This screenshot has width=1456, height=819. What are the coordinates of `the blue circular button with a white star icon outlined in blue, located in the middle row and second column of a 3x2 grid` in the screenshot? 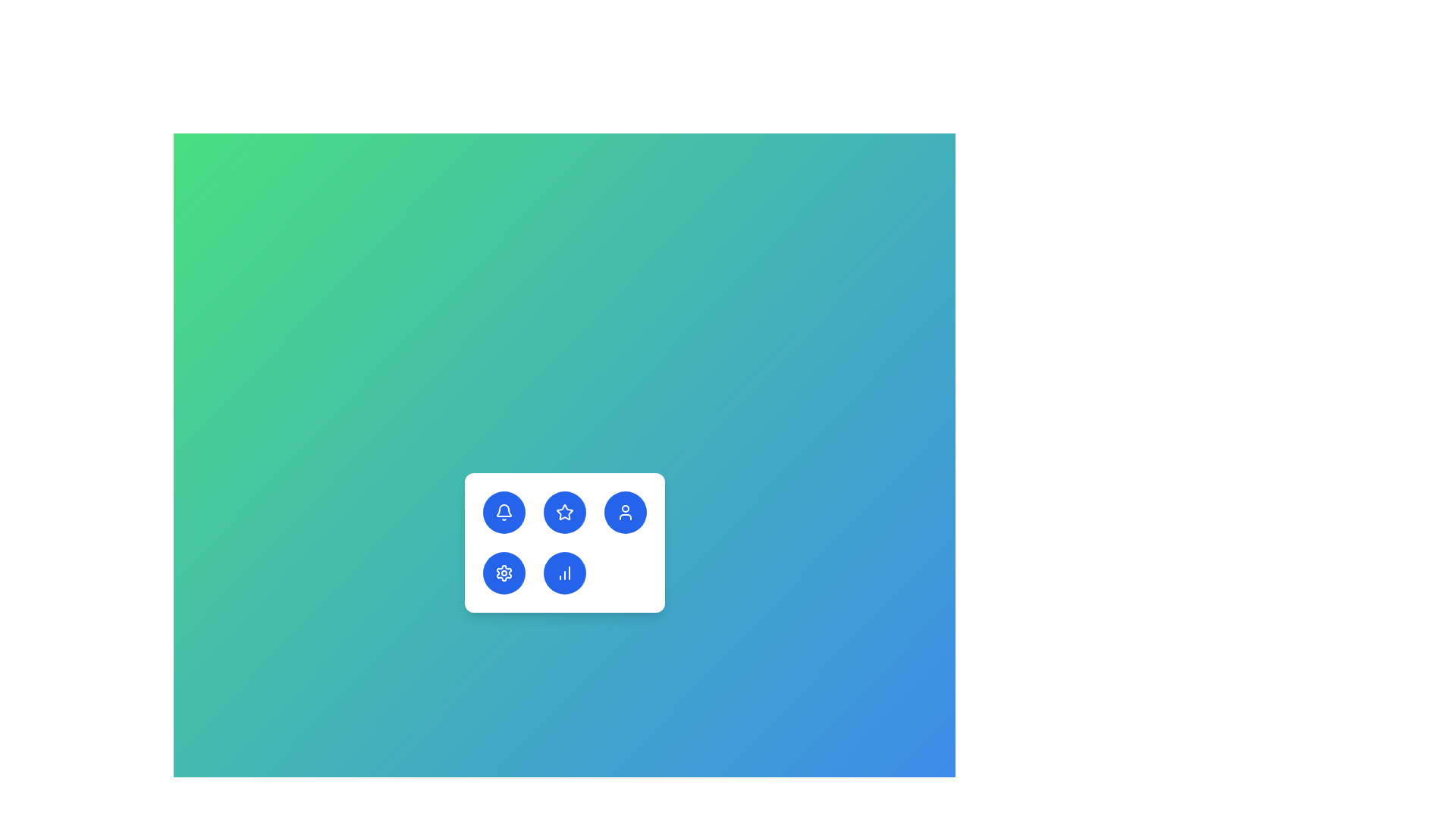 It's located at (563, 512).